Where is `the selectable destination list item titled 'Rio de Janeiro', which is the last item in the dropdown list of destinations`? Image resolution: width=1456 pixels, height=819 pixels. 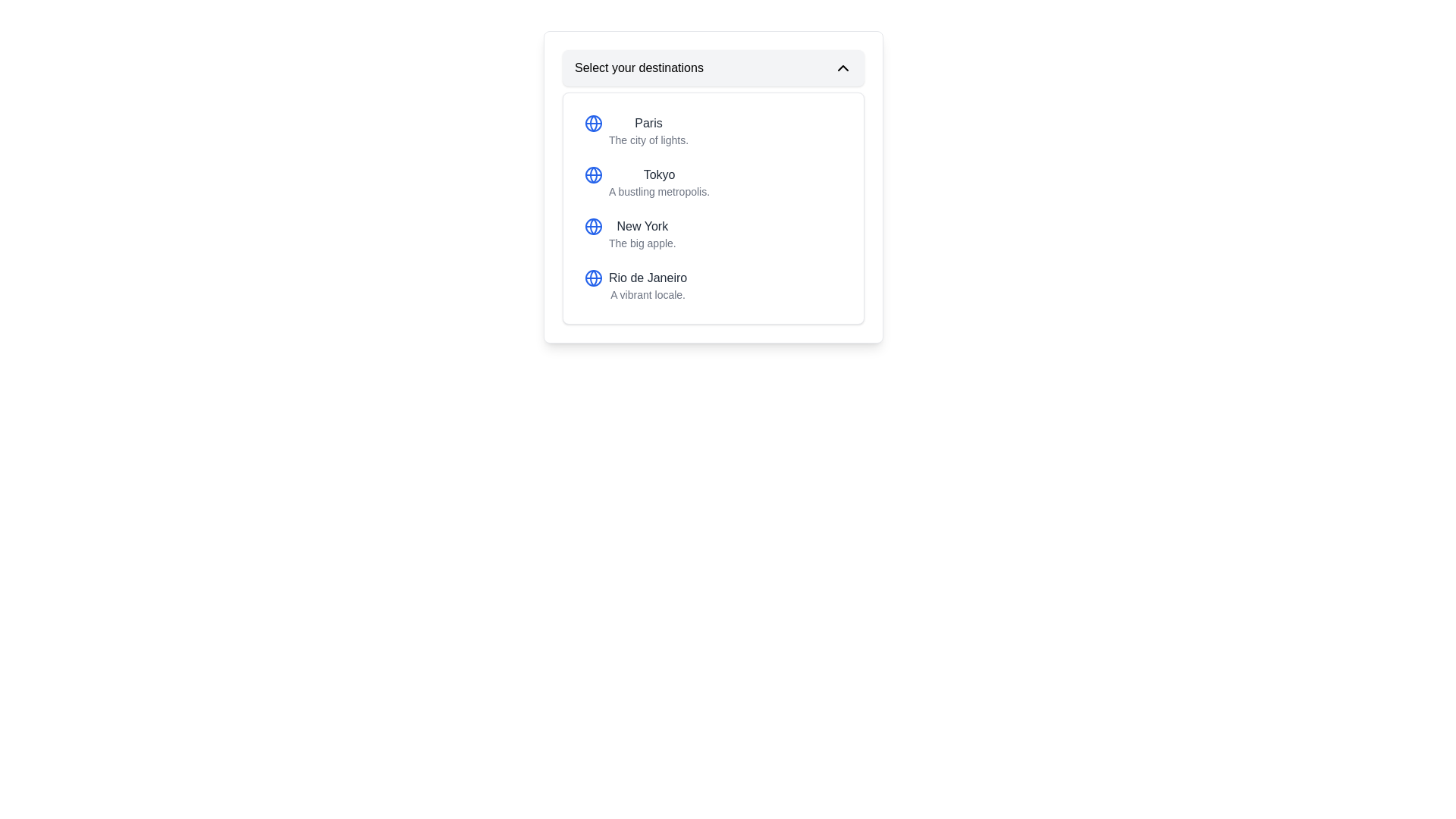
the selectable destination list item titled 'Rio de Janeiro', which is the last item in the dropdown list of destinations is located at coordinates (648, 286).